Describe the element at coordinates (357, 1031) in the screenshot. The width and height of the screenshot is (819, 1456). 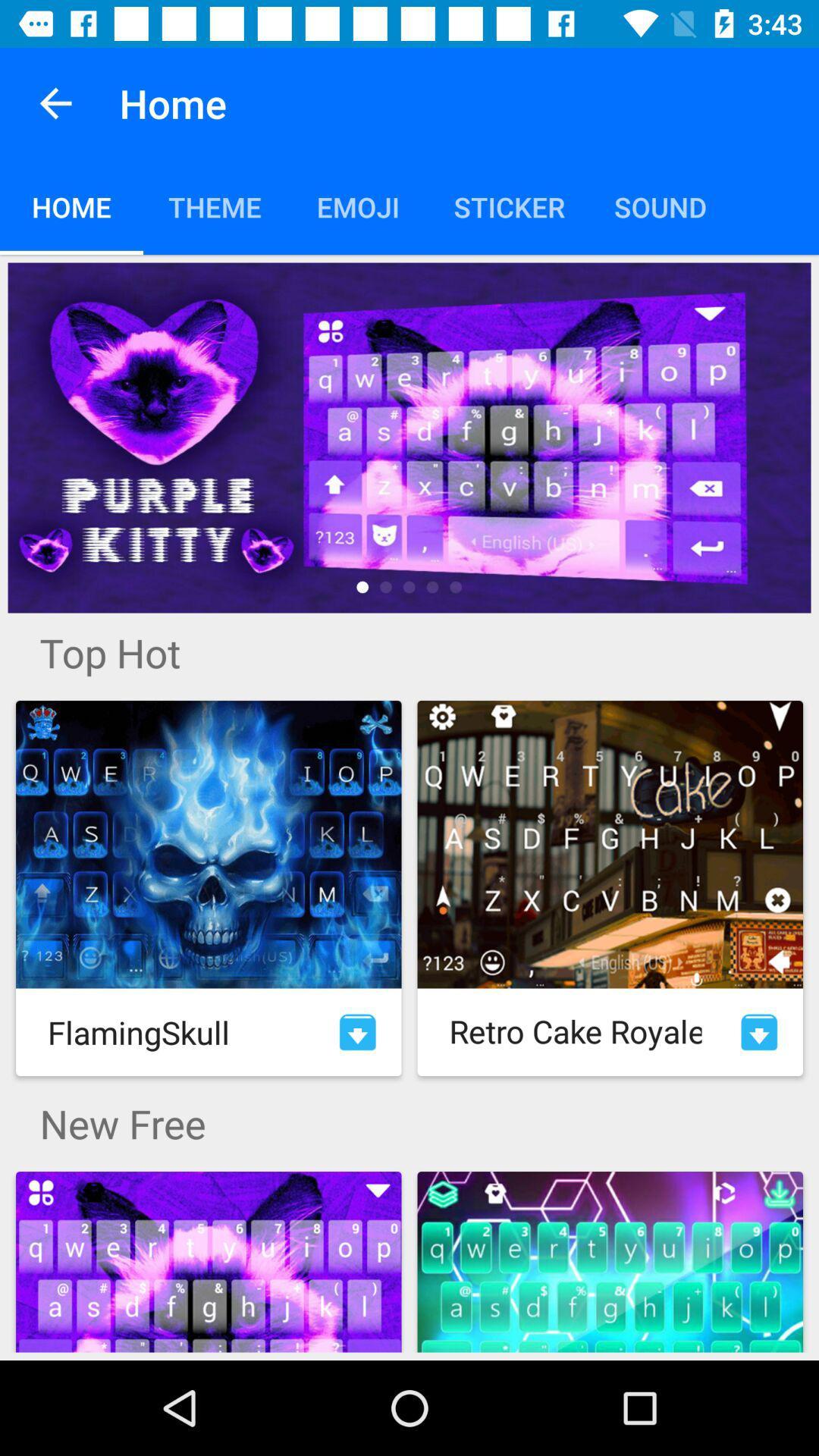
I see `download file` at that location.